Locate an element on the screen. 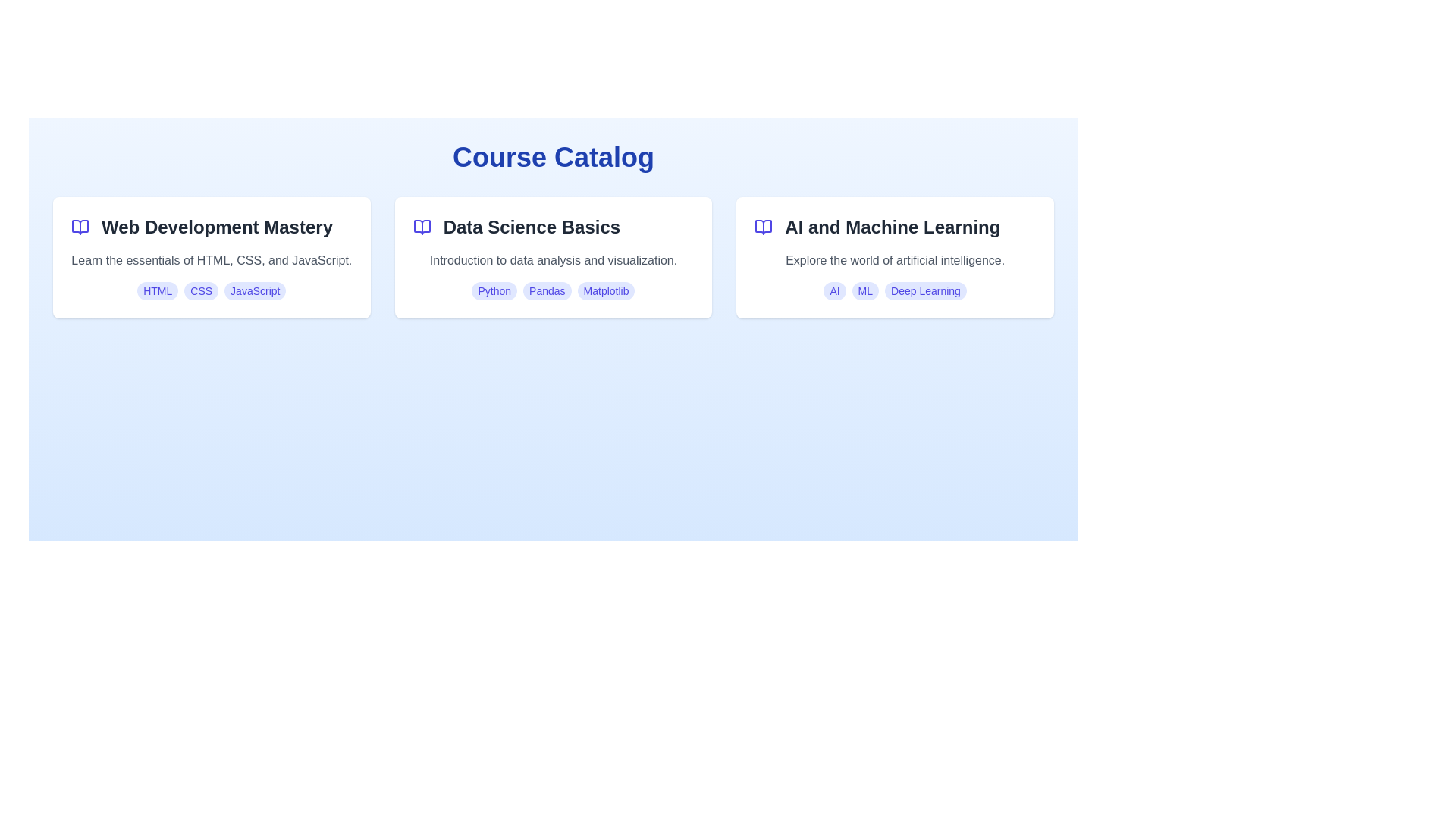 This screenshot has width=1456, height=819. static text displaying 'Learn the essentials of HTML, CSS, and JavaScript.' located below the title 'Web Development Mastery' in the upper-left card of the interface is located at coordinates (211, 259).